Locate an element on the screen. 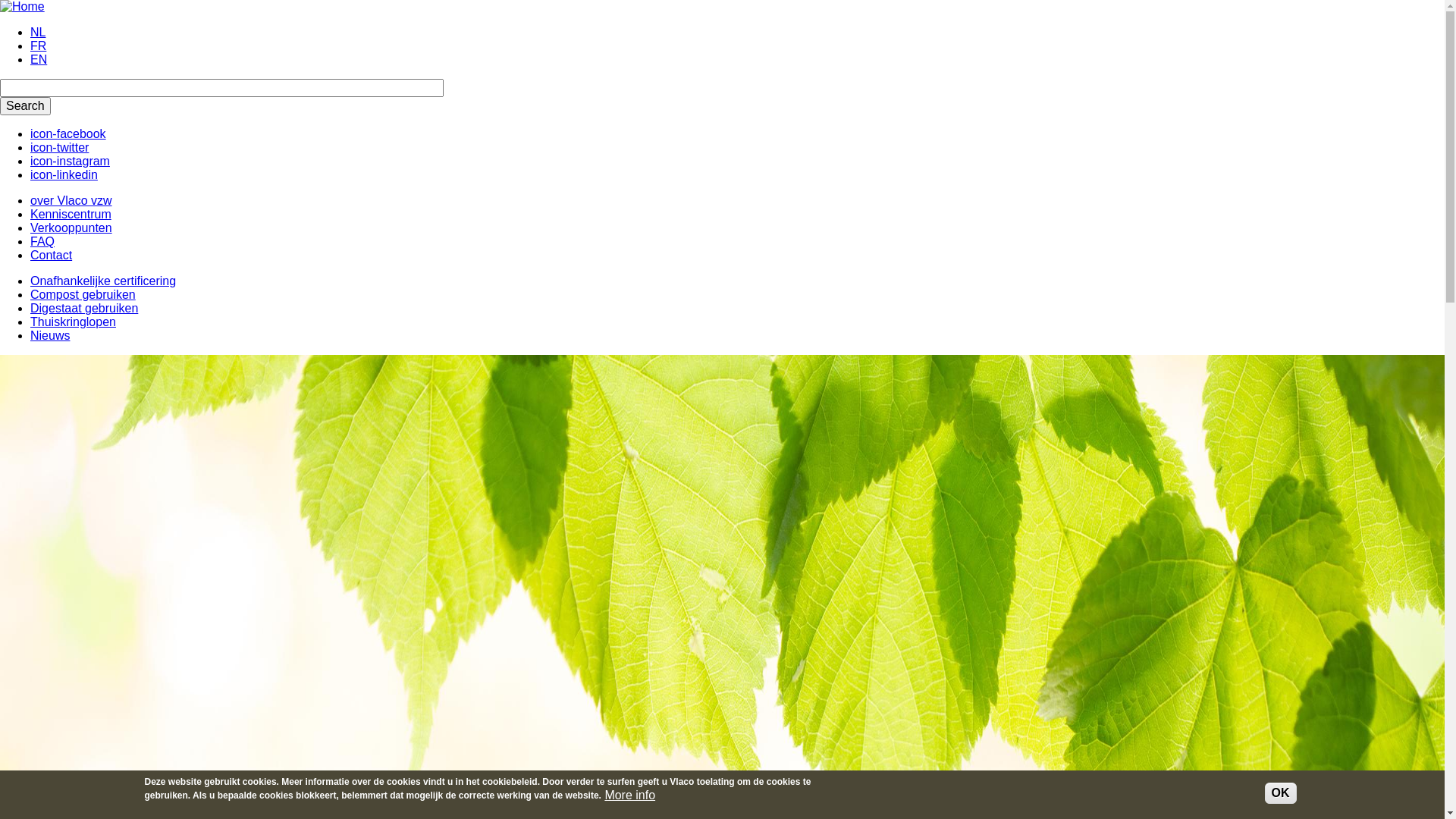  'FR' is located at coordinates (38, 45).